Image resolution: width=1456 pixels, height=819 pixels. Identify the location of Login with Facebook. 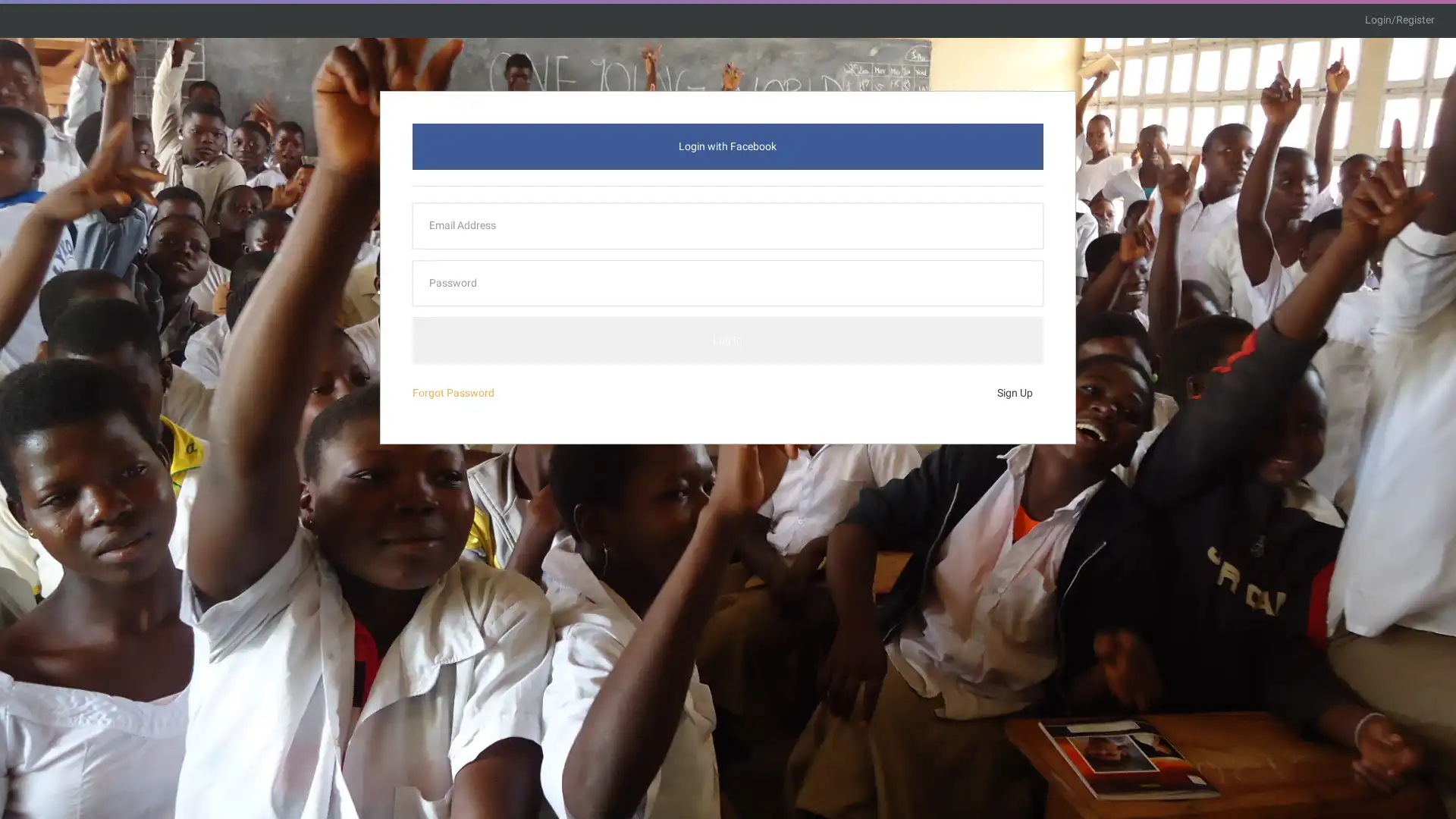
(726, 146).